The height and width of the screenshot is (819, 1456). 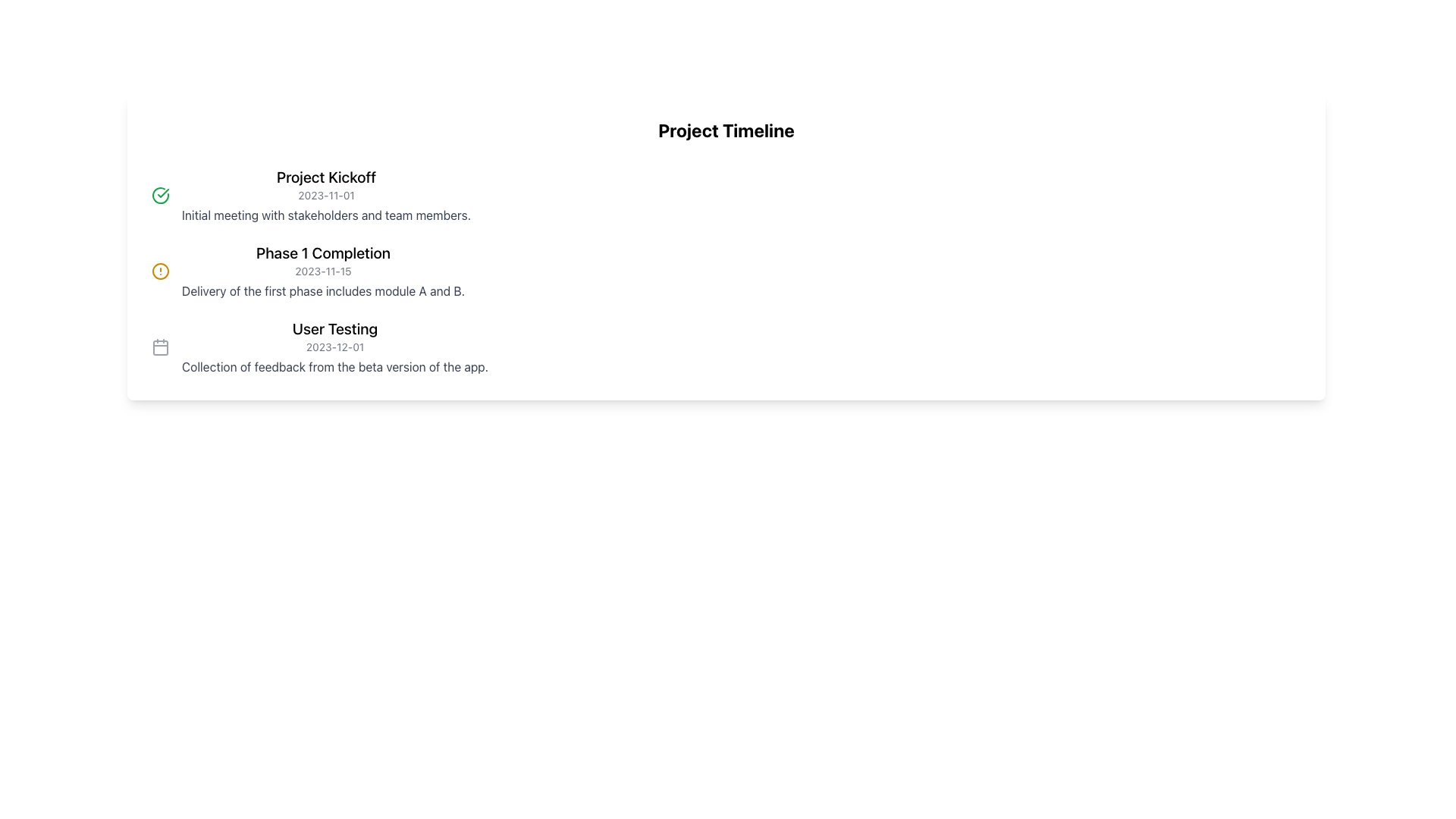 I want to click on date text displayed below the title 'Project Kickoff' in the timeline layout, so click(x=325, y=195).